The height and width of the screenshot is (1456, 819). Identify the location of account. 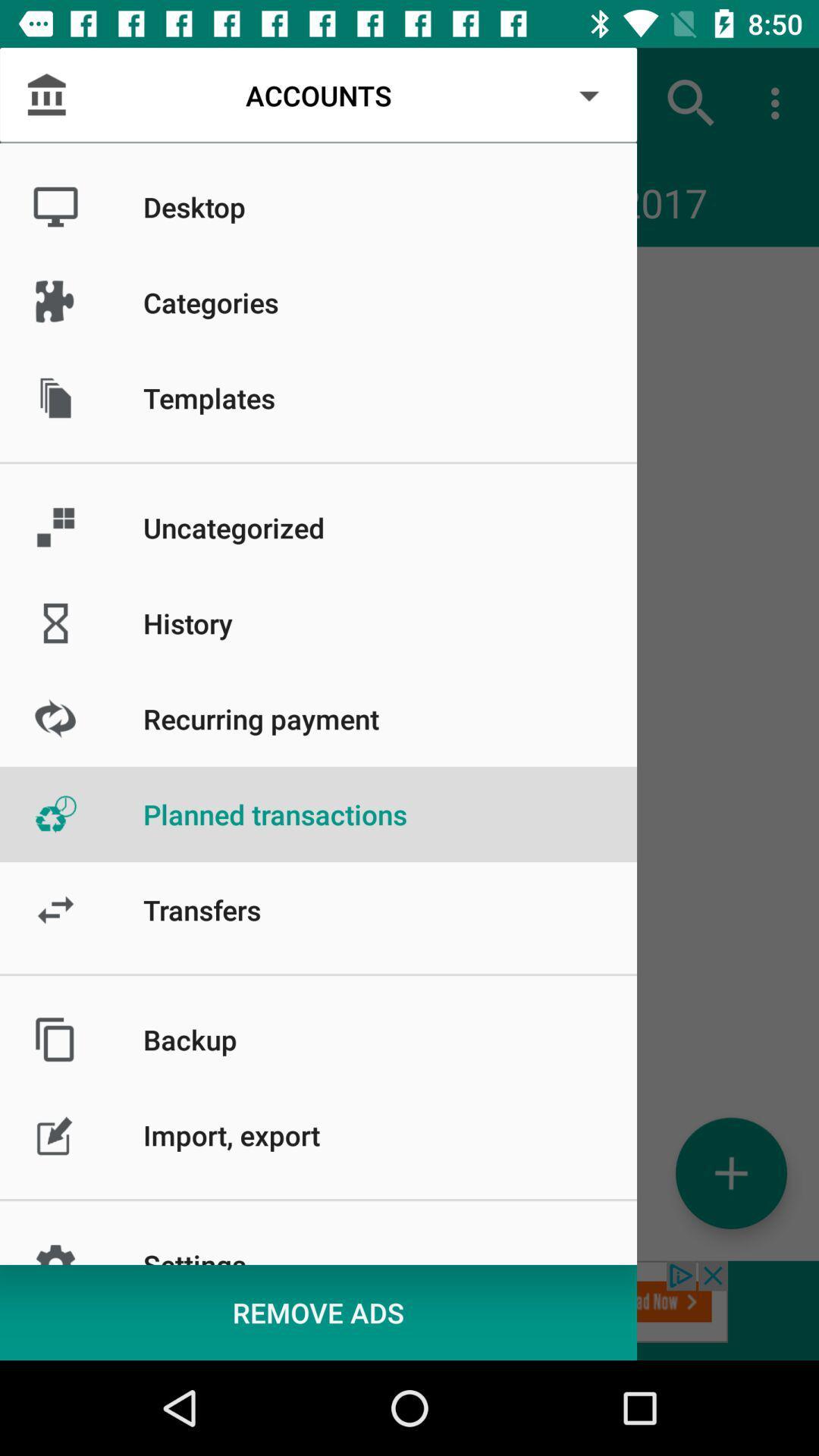
(730, 1172).